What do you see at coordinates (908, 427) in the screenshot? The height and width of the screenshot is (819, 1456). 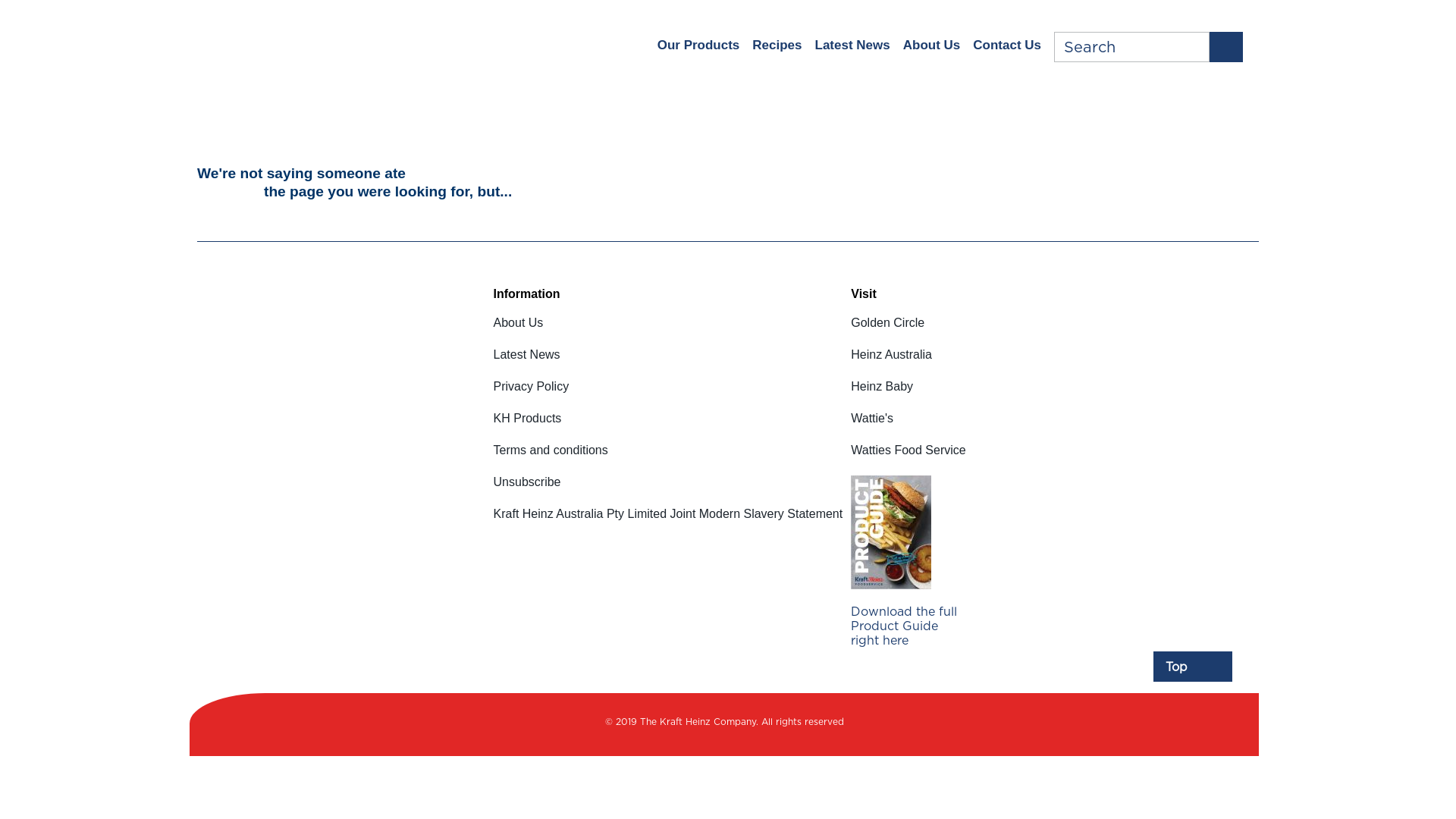 I see `'Wattie's'` at bounding box center [908, 427].